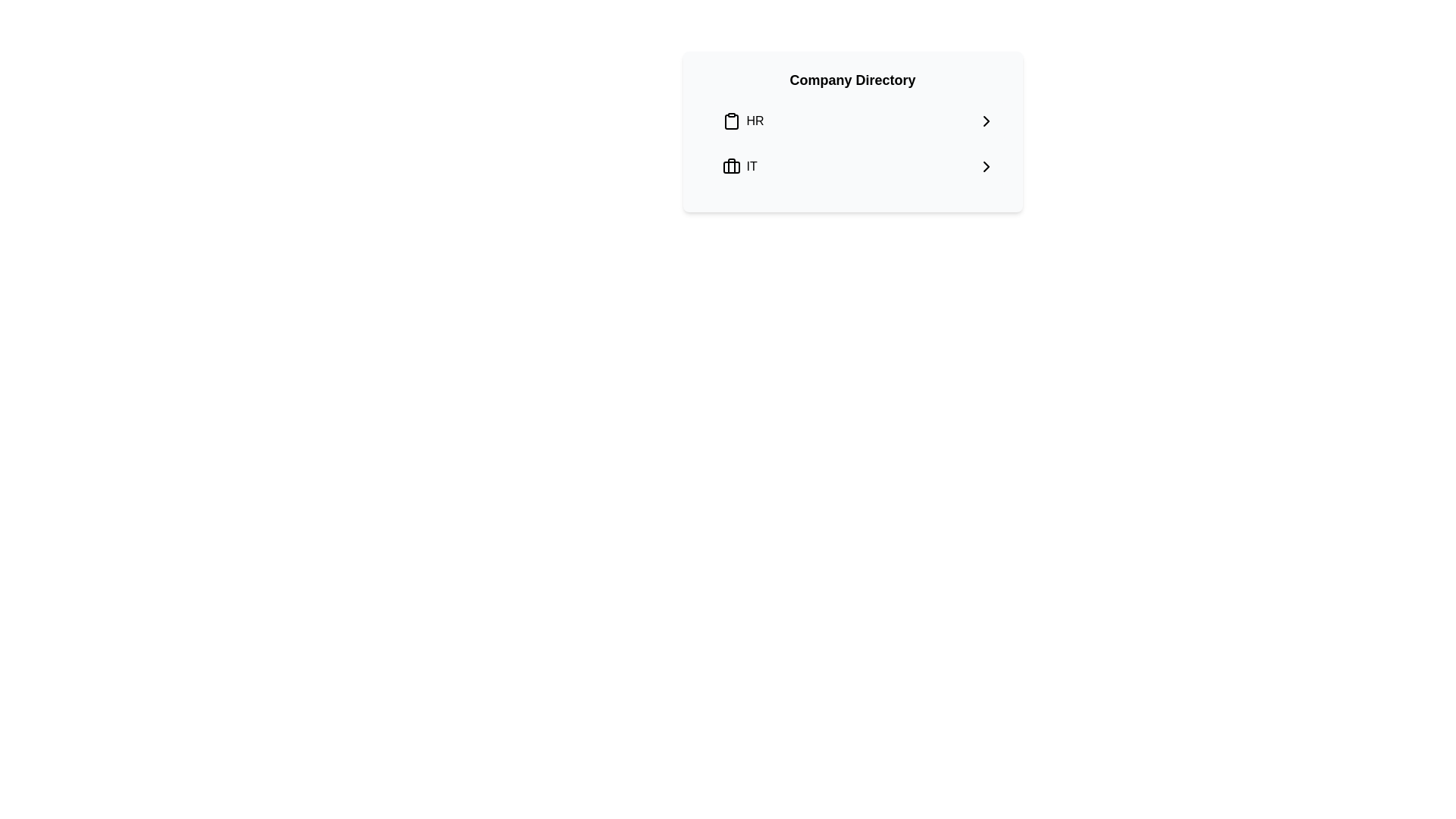  What do you see at coordinates (731, 121) in the screenshot?
I see `the decorative 'HR' icon located to the left of the text 'HR' in the 'Company Directory' section` at bounding box center [731, 121].